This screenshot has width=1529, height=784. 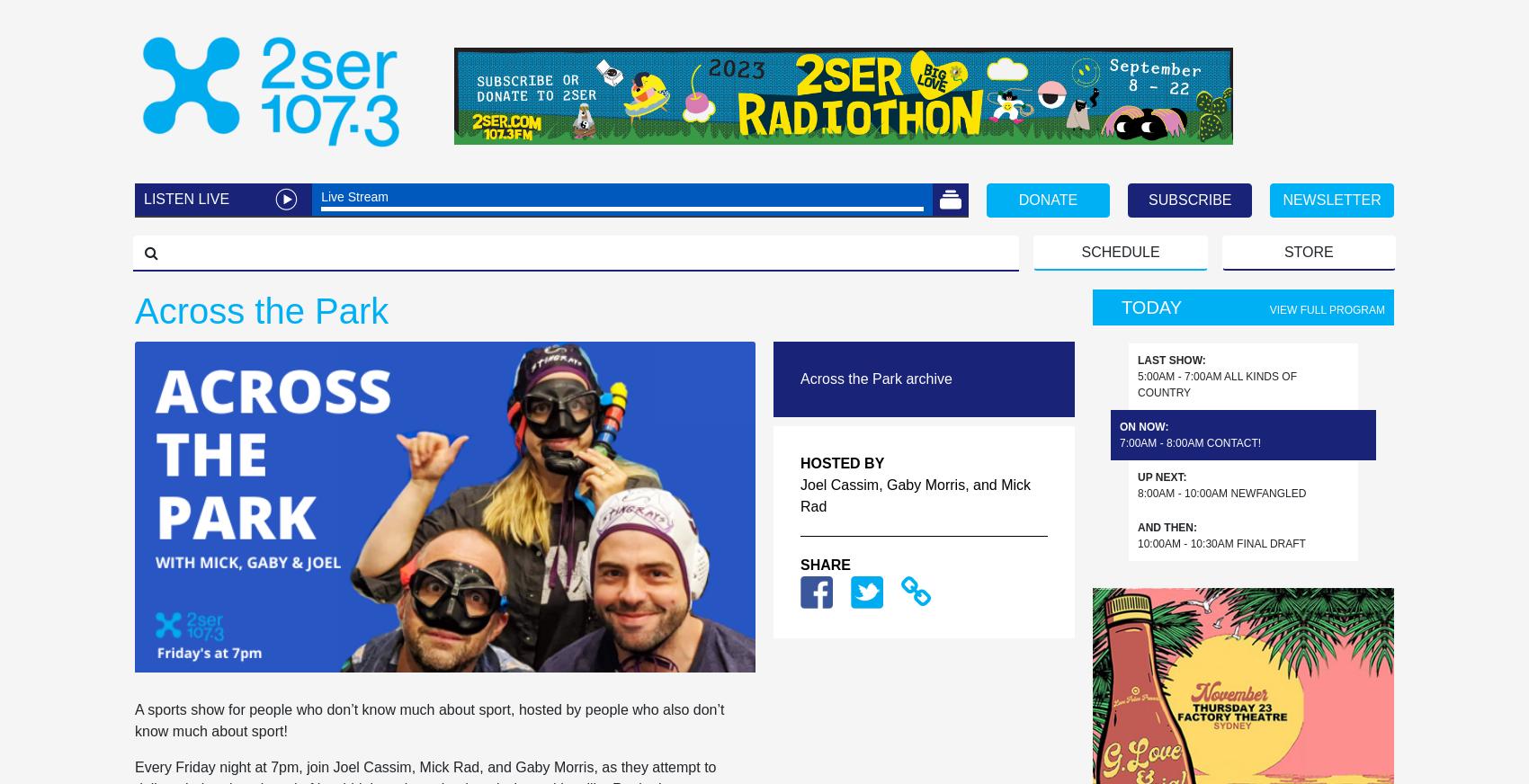 I want to click on 'View full program', so click(x=1326, y=309).